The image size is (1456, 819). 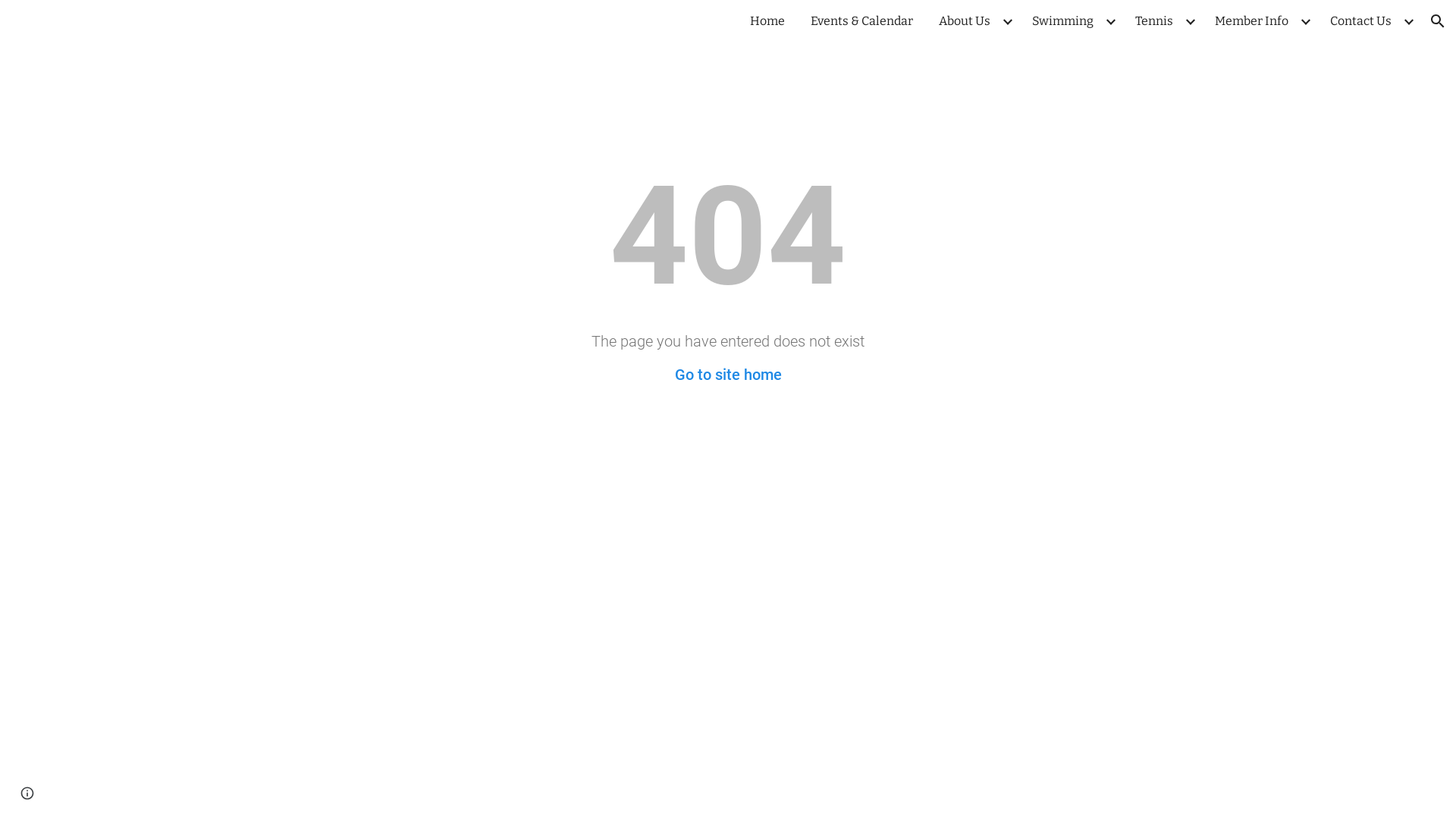 What do you see at coordinates (964, 20) in the screenshot?
I see `'About Us'` at bounding box center [964, 20].